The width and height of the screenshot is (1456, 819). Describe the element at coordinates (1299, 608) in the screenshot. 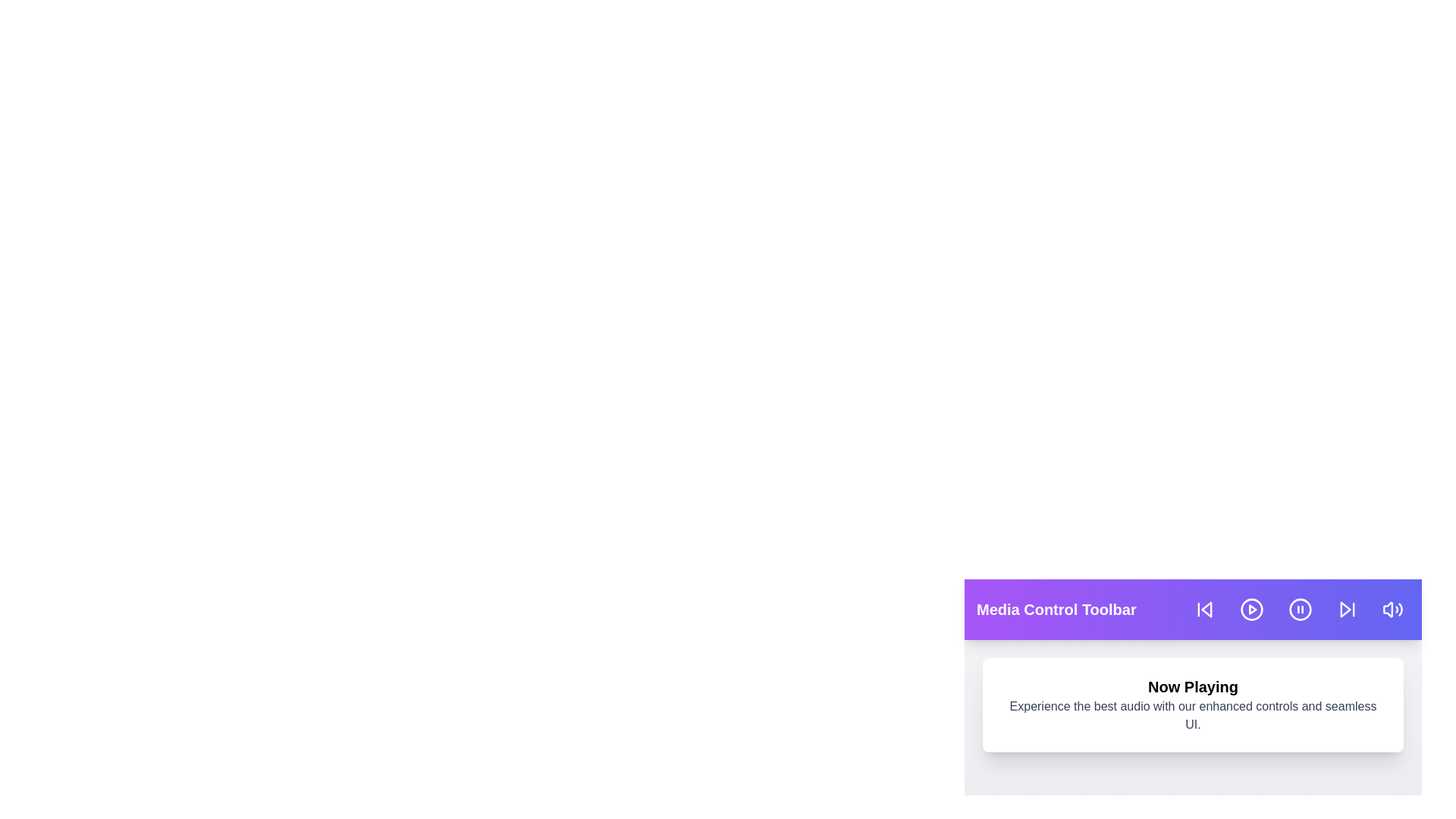

I see `the pause button in the media control toolbar` at that location.